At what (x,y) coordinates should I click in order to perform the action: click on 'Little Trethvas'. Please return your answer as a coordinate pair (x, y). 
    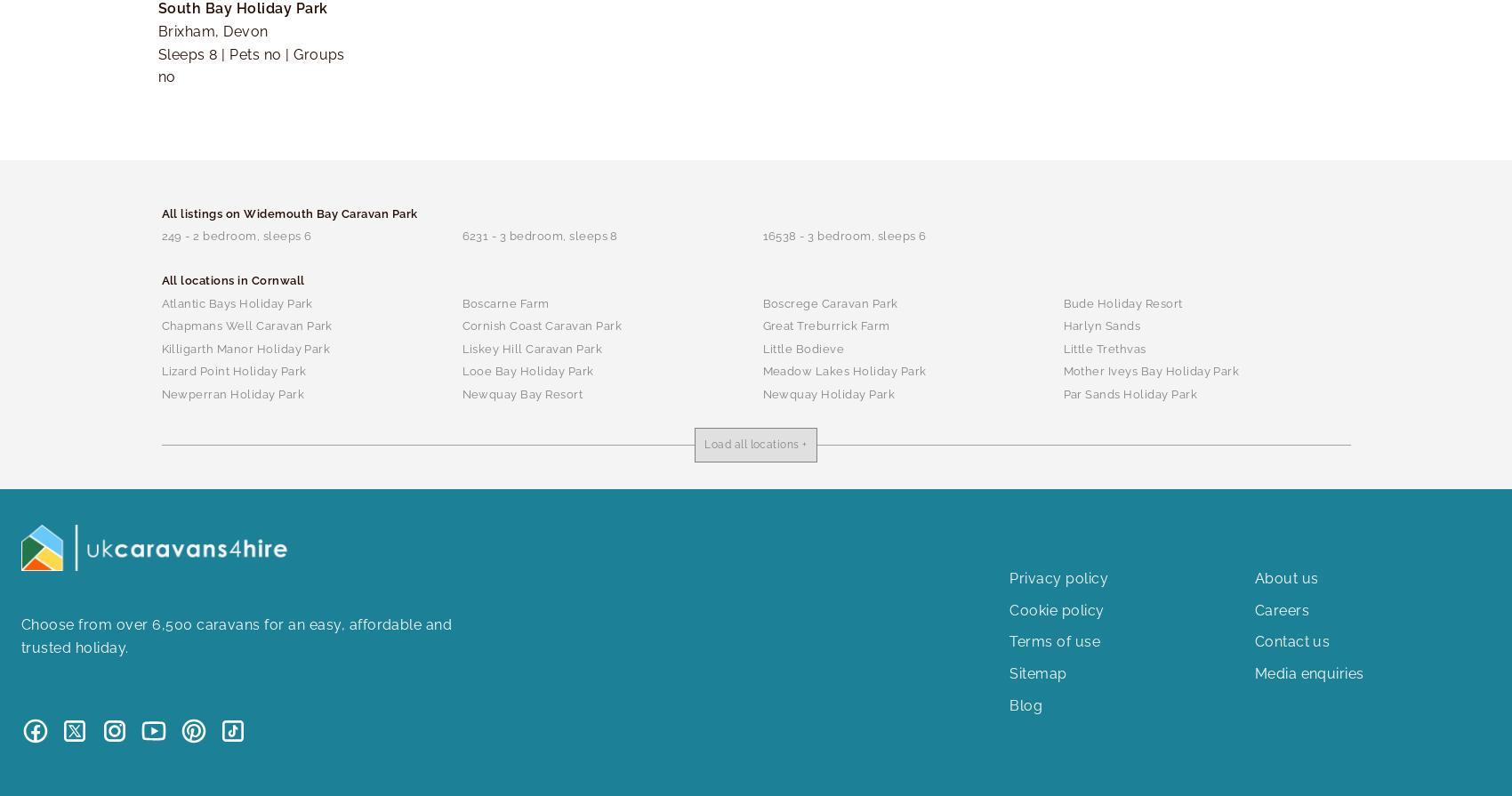
    Looking at the image, I should click on (1103, 348).